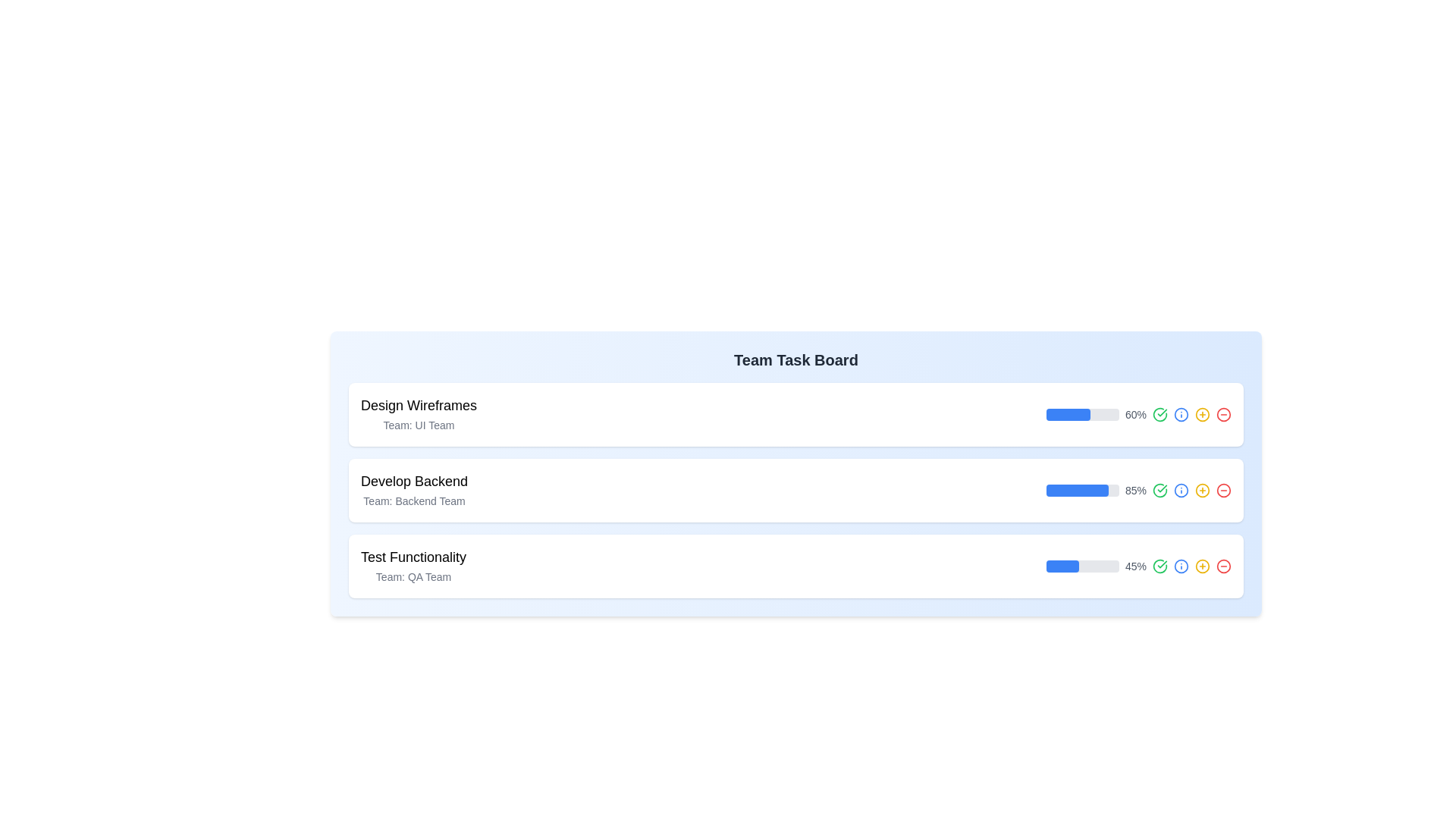 Image resolution: width=1456 pixels, height=819 pixels. Describe the element at coordinates (1181, 415) in the screenshot. I see `the third interactive icon located at the far right of the task line with a progress bar labeled '60%'` at that location.